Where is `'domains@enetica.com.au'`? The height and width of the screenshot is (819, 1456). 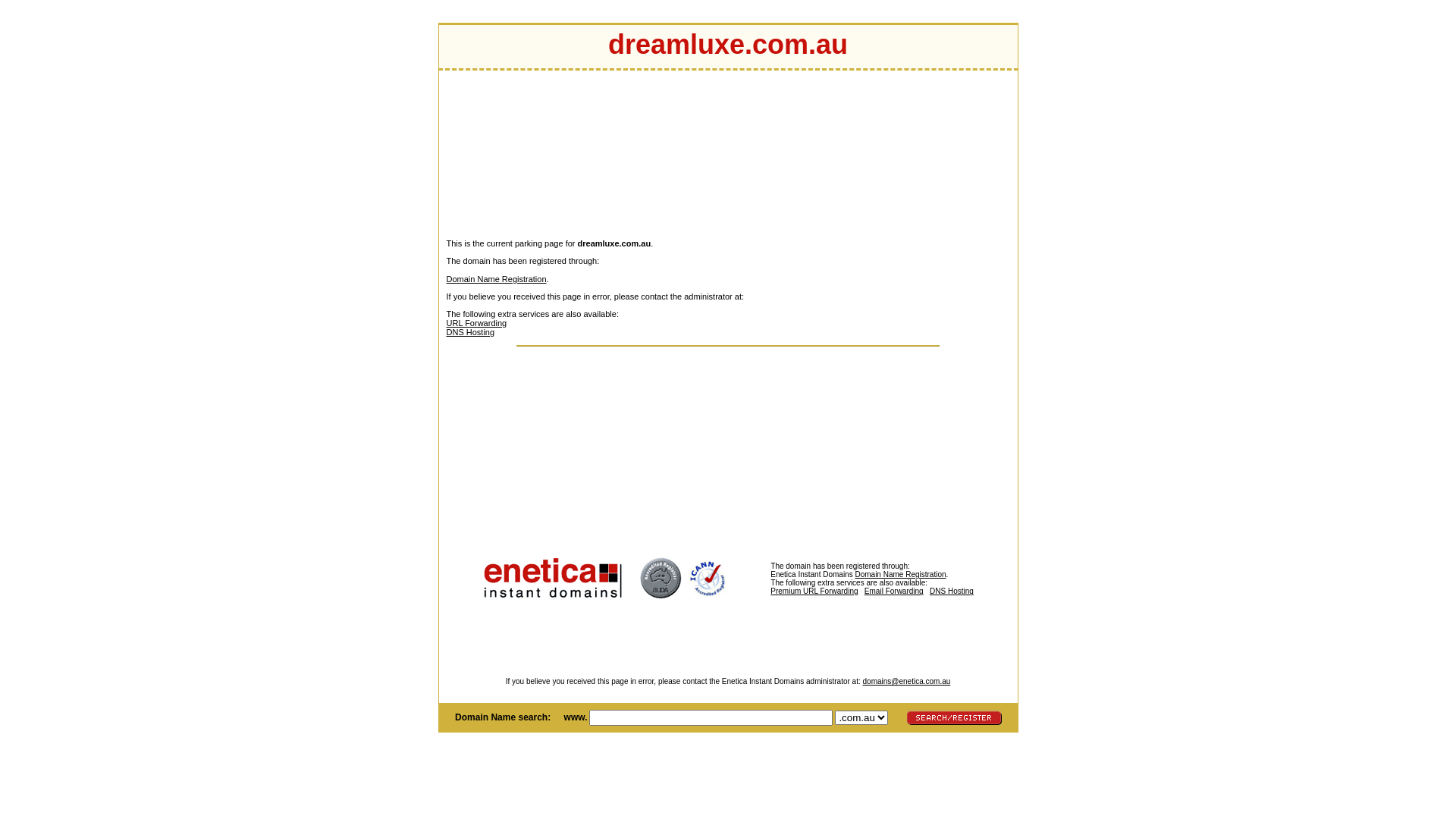 'domains@enetica.com.au' is located at coordinates (862, 680).